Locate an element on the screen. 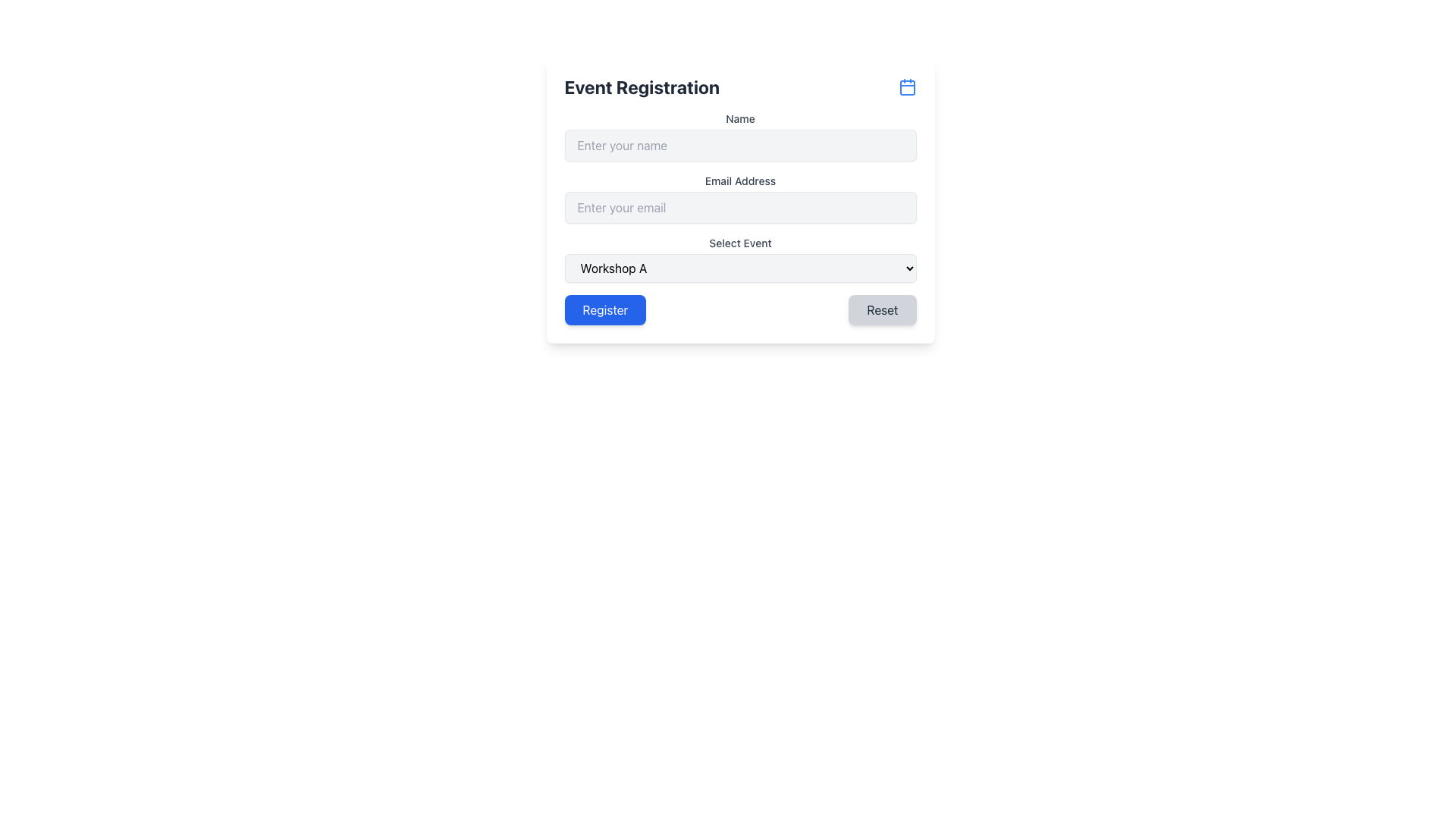 The width and height of the screenshot is (1456, 819). the 'Register' button, which is a blue button with white text located on the lower left side of the form layout is located at coordinates (604, 309).